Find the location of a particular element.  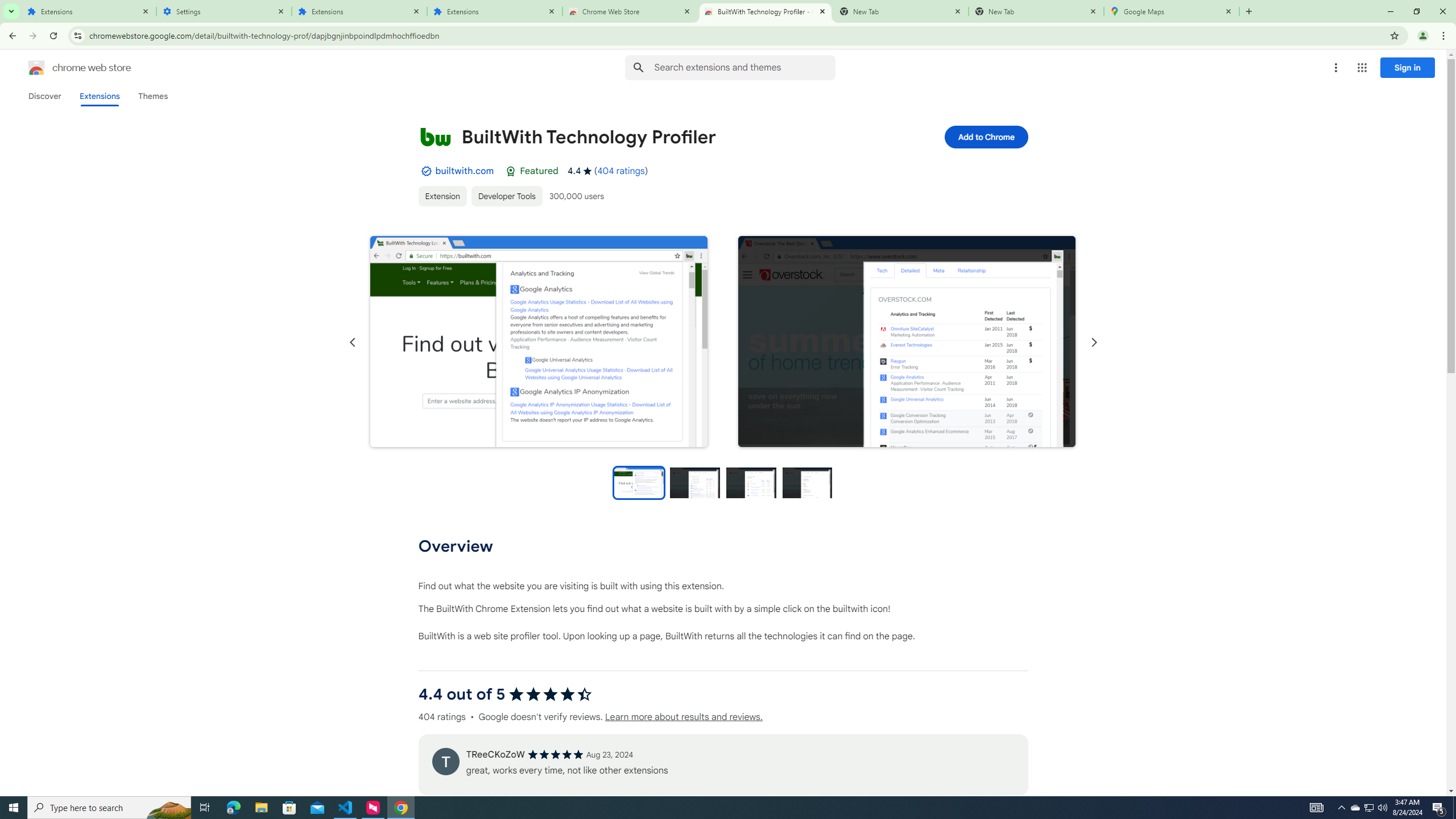

'New Tab' is located at coordinates (1036, 11).